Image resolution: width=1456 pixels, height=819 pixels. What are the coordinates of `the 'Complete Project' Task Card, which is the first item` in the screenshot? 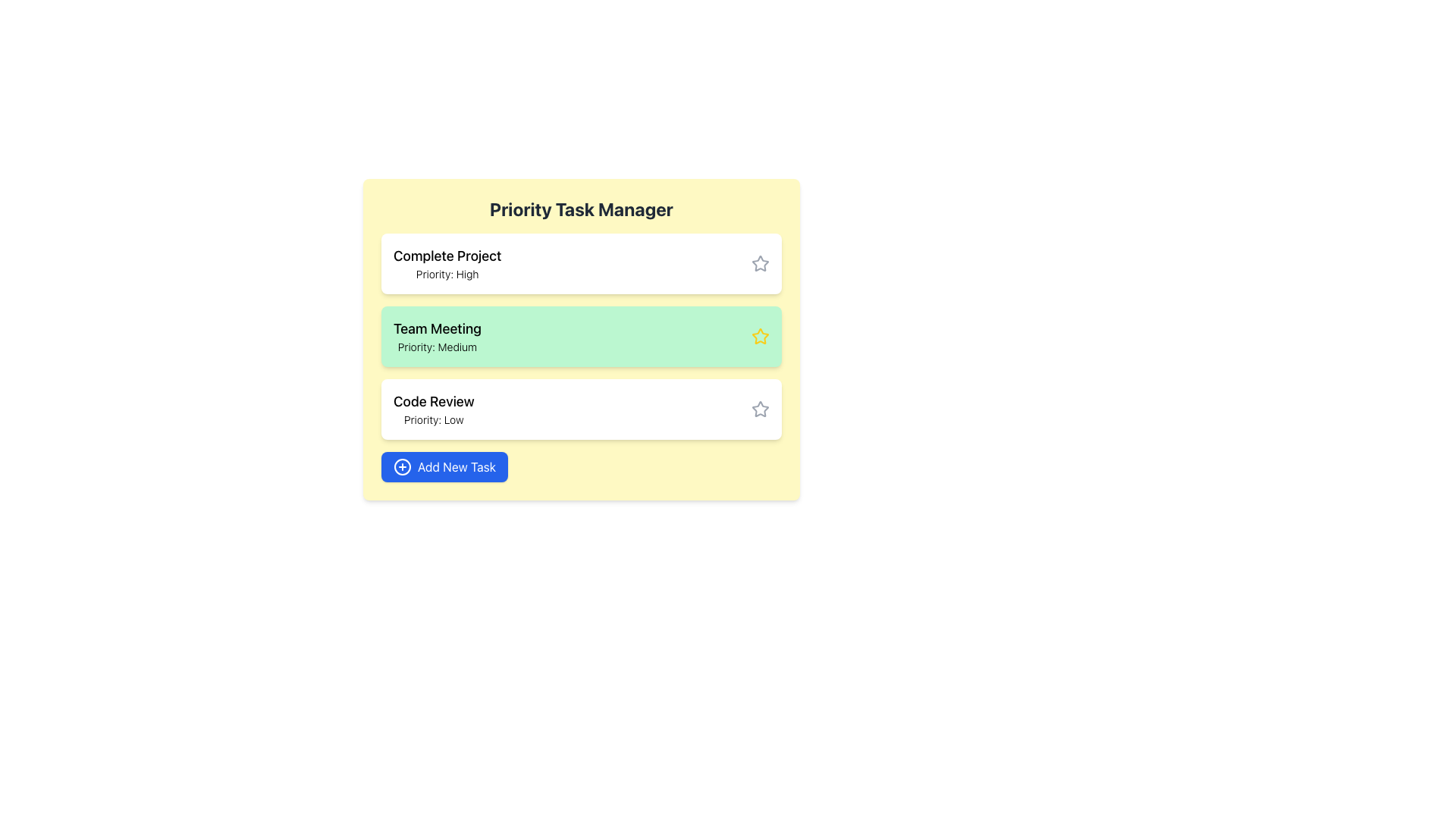 It's located at (581, 262).